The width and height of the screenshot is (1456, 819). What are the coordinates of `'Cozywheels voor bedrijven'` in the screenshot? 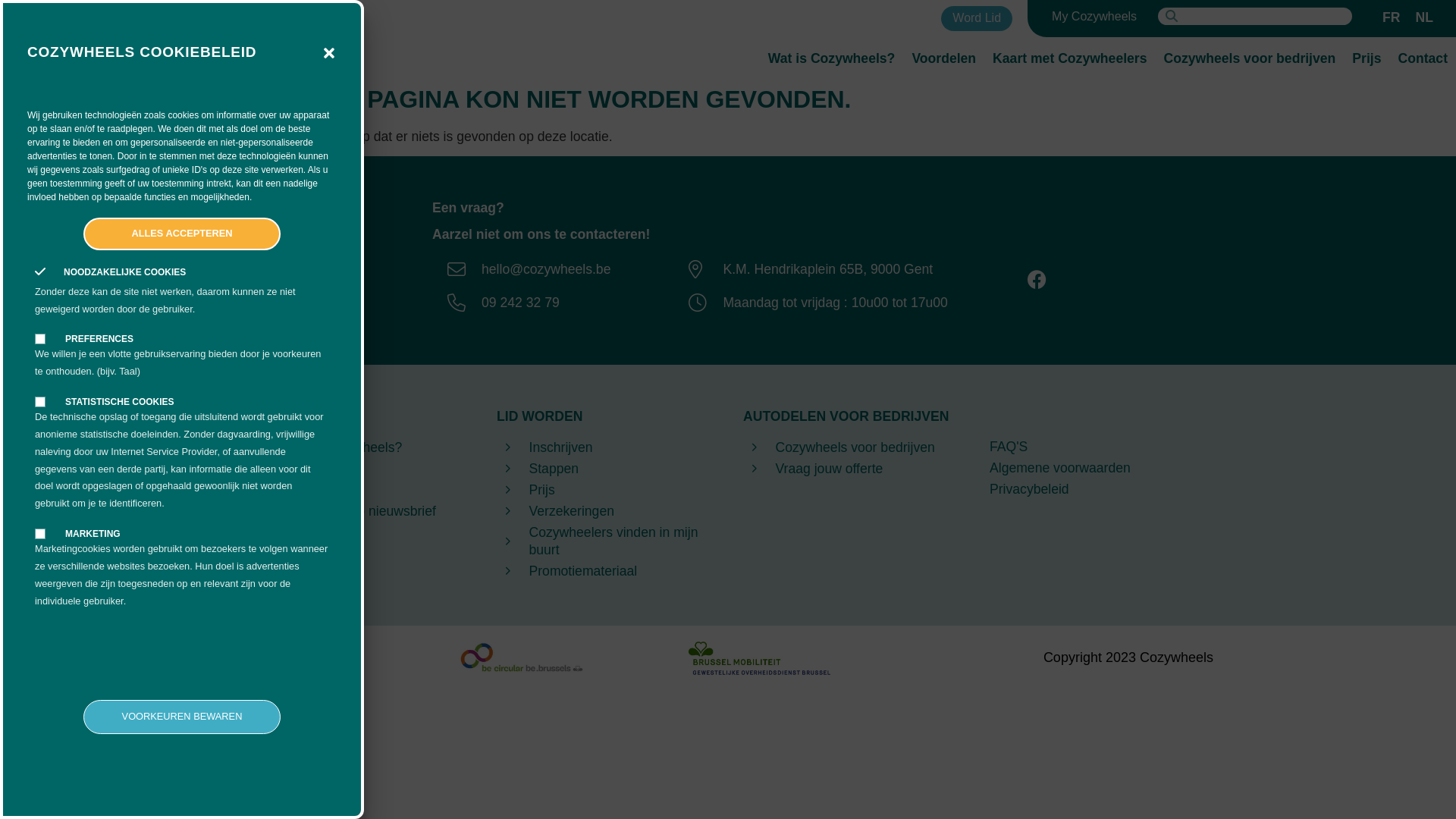 It's located at (851, 447).